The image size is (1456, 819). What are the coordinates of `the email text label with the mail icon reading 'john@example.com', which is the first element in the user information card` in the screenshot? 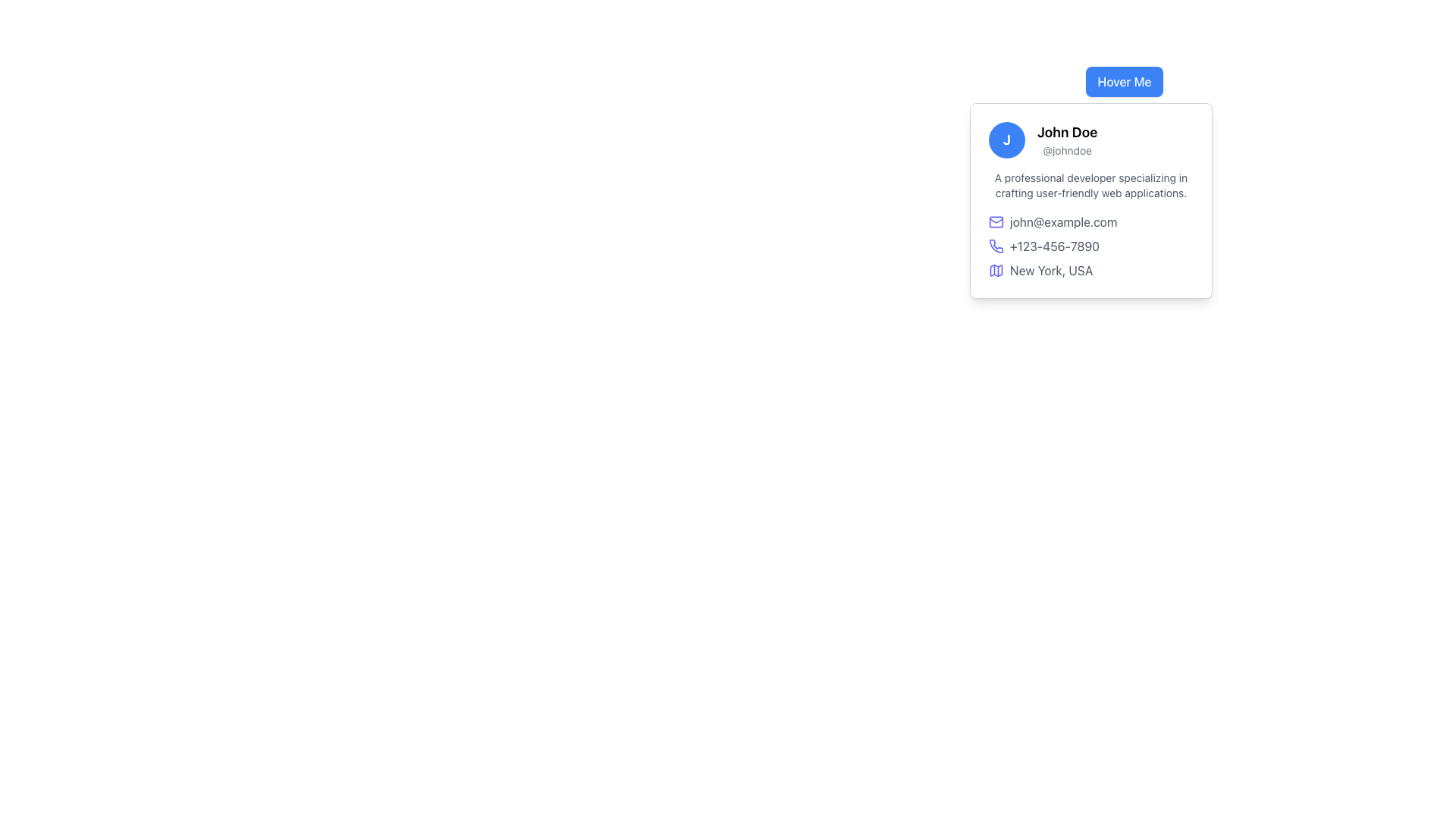 It's located at (1090, 222).